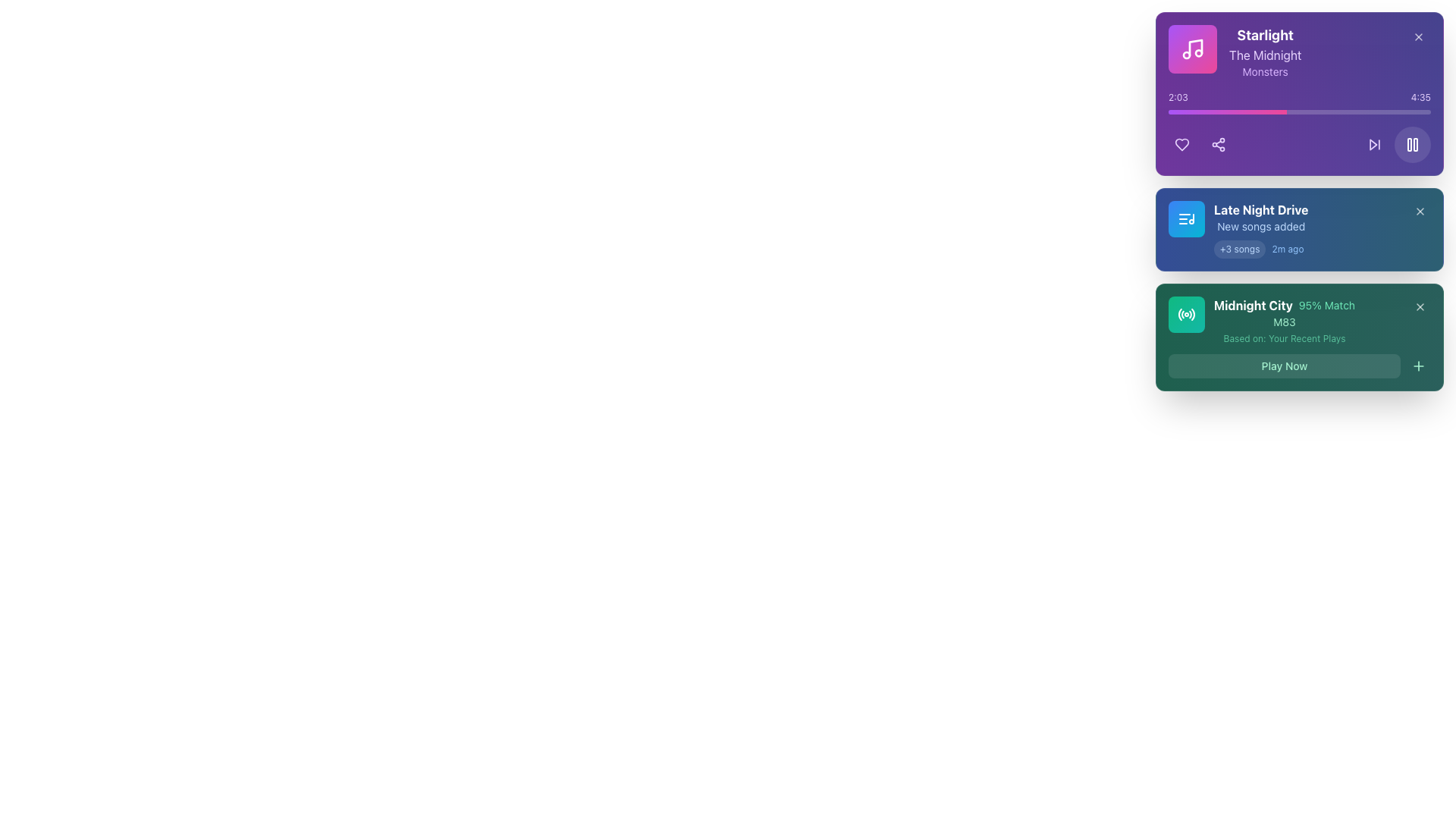  What do you see at coordinates (1298, 366) in the screenshot?
I see `the 'Play Now' button with a green gradient background and white text, located at the bottom of the 'Midnight City' song card` at bounding box center [1298, 366].